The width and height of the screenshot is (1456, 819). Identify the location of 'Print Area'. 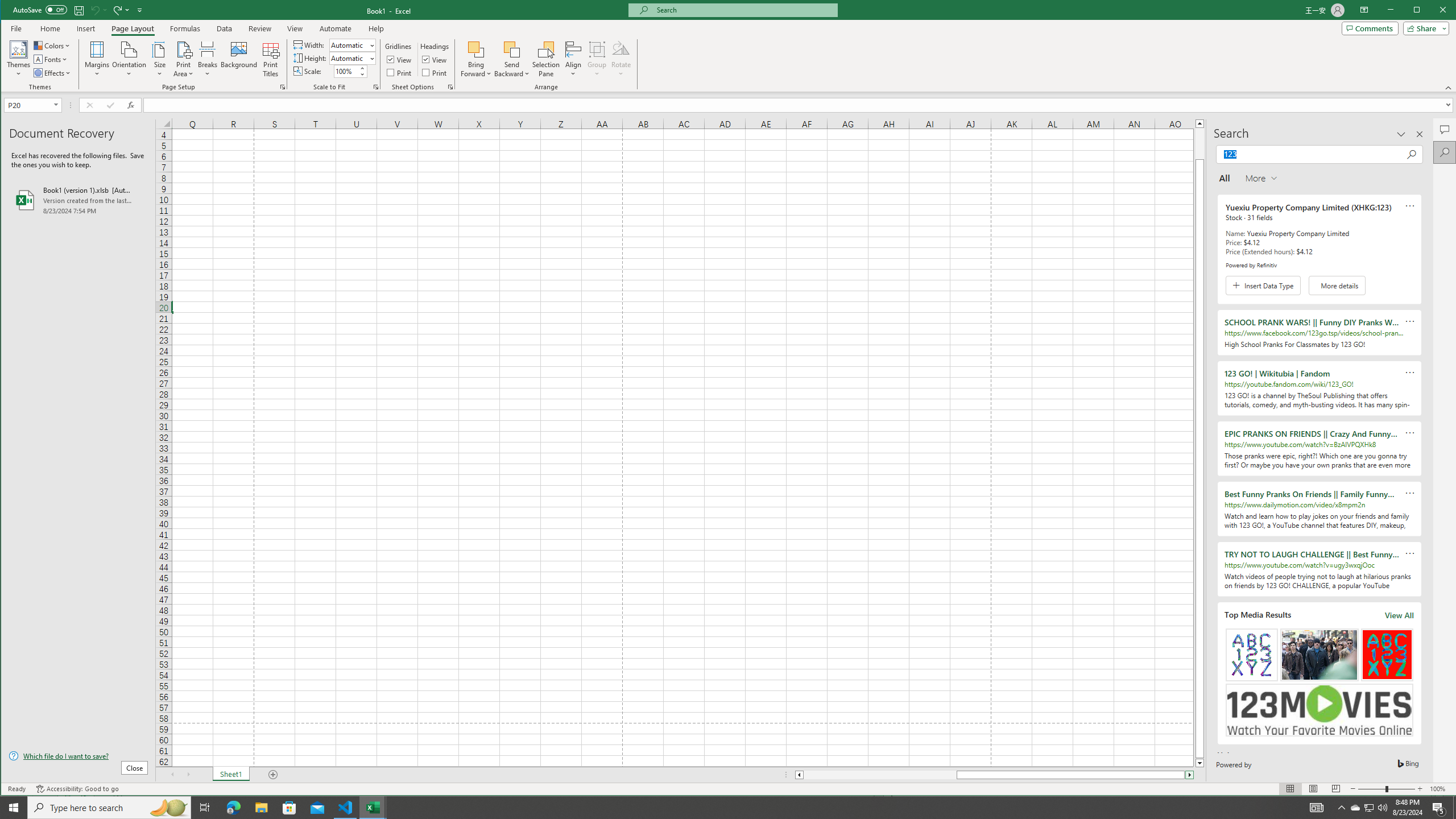
(183, 59).